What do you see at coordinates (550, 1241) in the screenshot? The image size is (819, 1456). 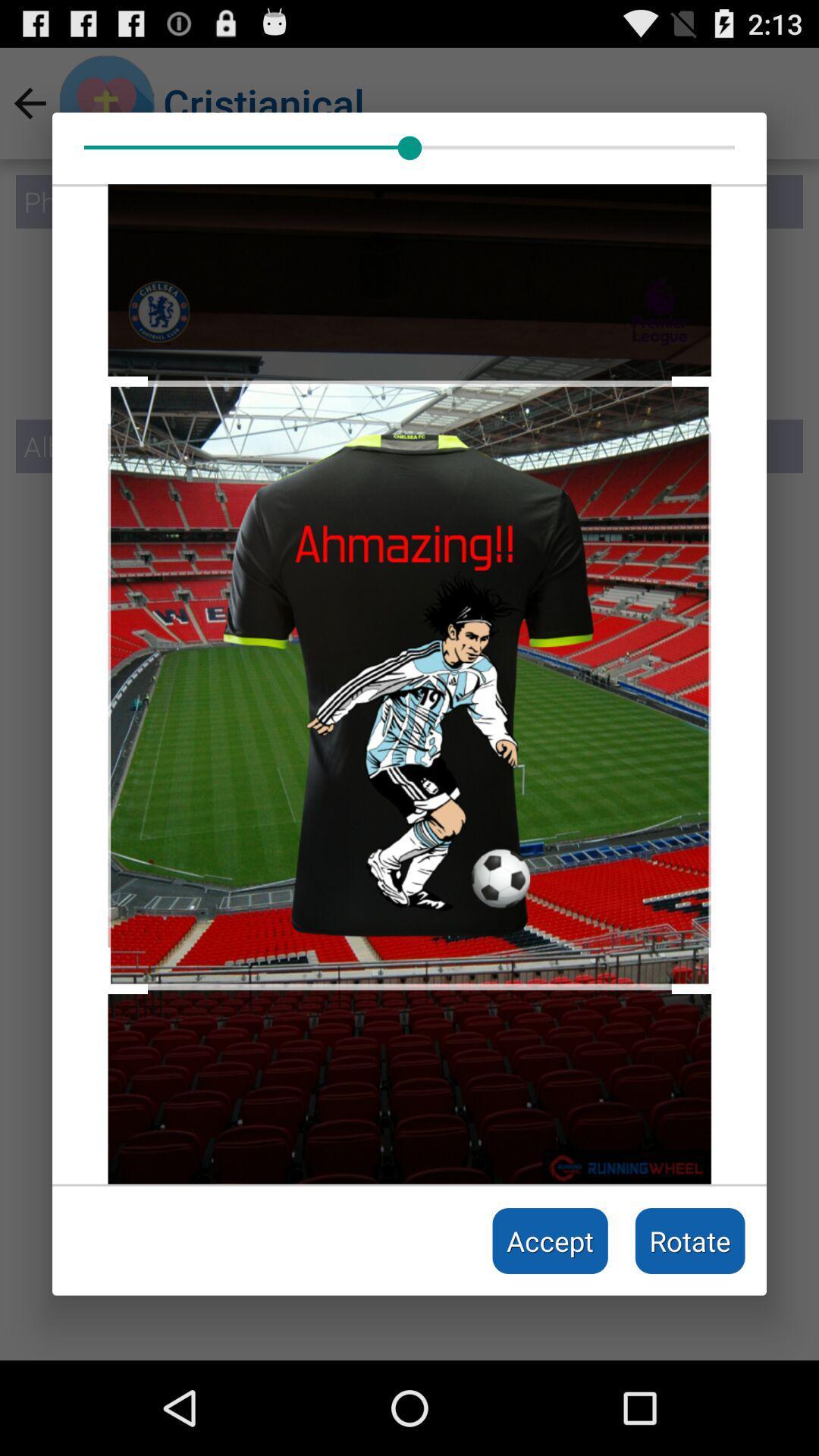 I see `the accept` at bounding box center [550, 1241].